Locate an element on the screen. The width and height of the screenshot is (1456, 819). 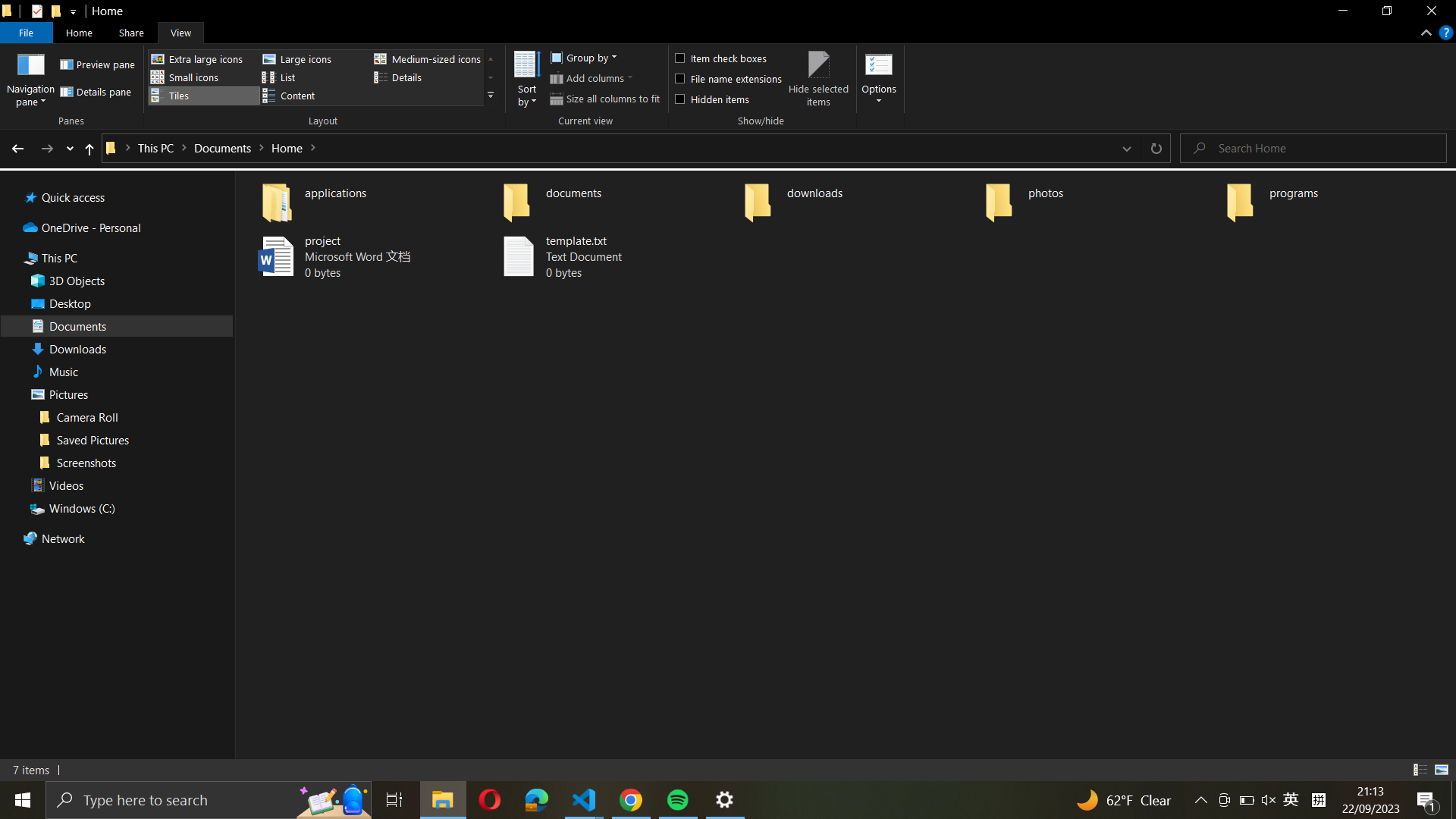
Go to the "downloads" folder and choose all files is located at coordinates (858, 198).